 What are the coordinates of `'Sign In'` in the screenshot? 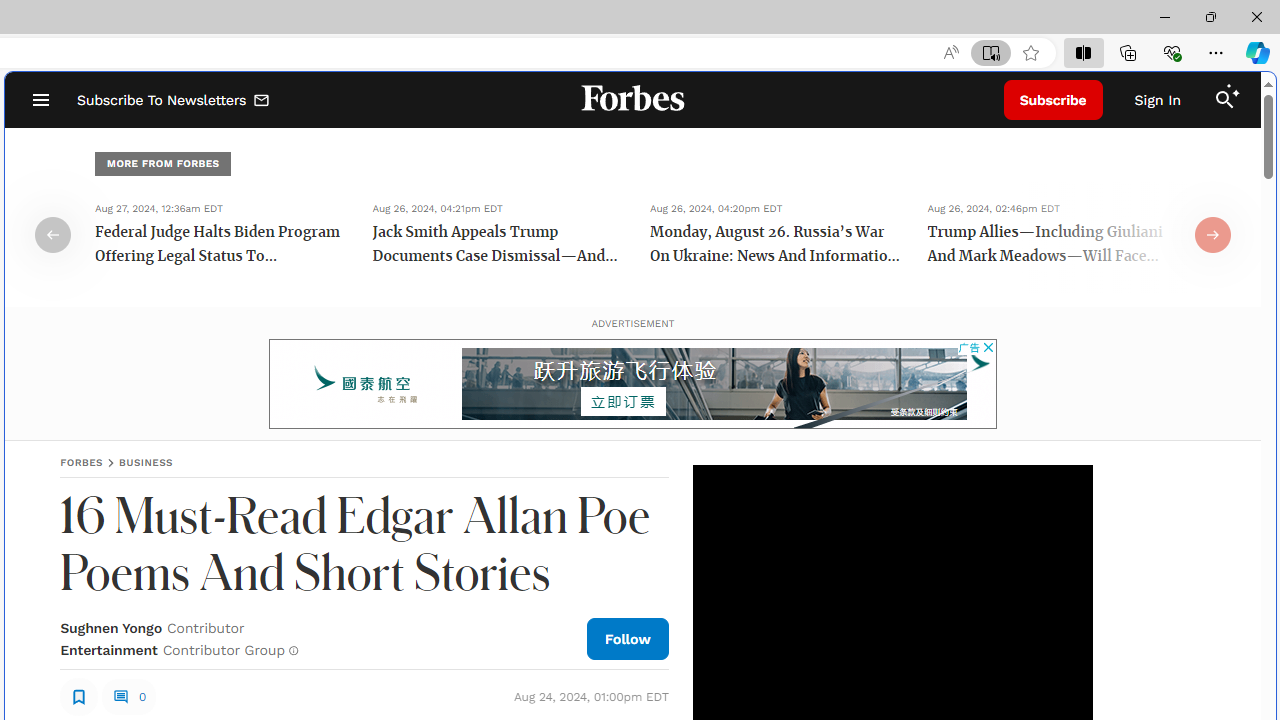 It's located at (1157, 100).